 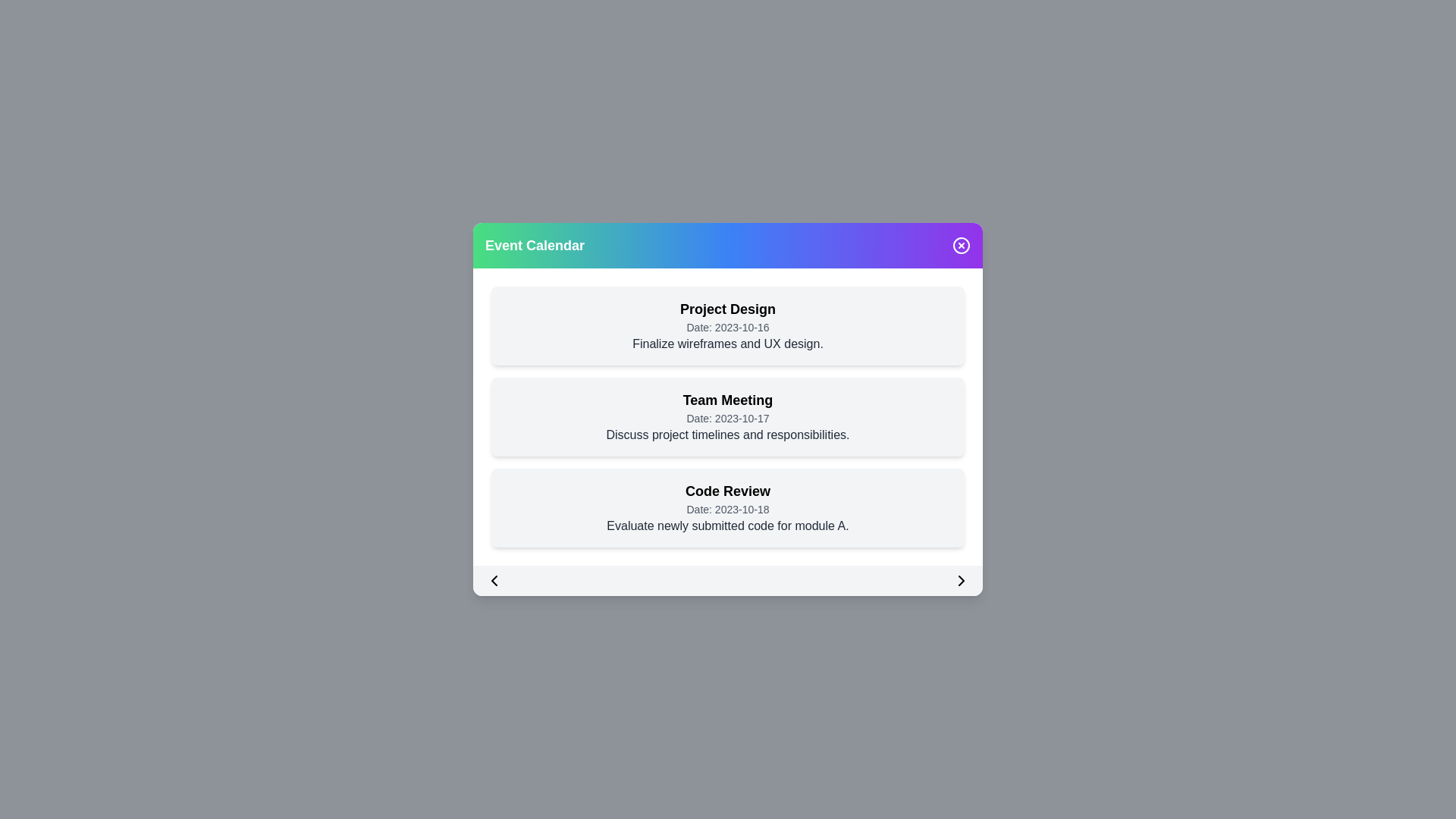 What do you see at coordinates (494, 580) in the screenshot?
I see `the left arrow button to navigate to the previous set of events` at bounding box center [494, 580].